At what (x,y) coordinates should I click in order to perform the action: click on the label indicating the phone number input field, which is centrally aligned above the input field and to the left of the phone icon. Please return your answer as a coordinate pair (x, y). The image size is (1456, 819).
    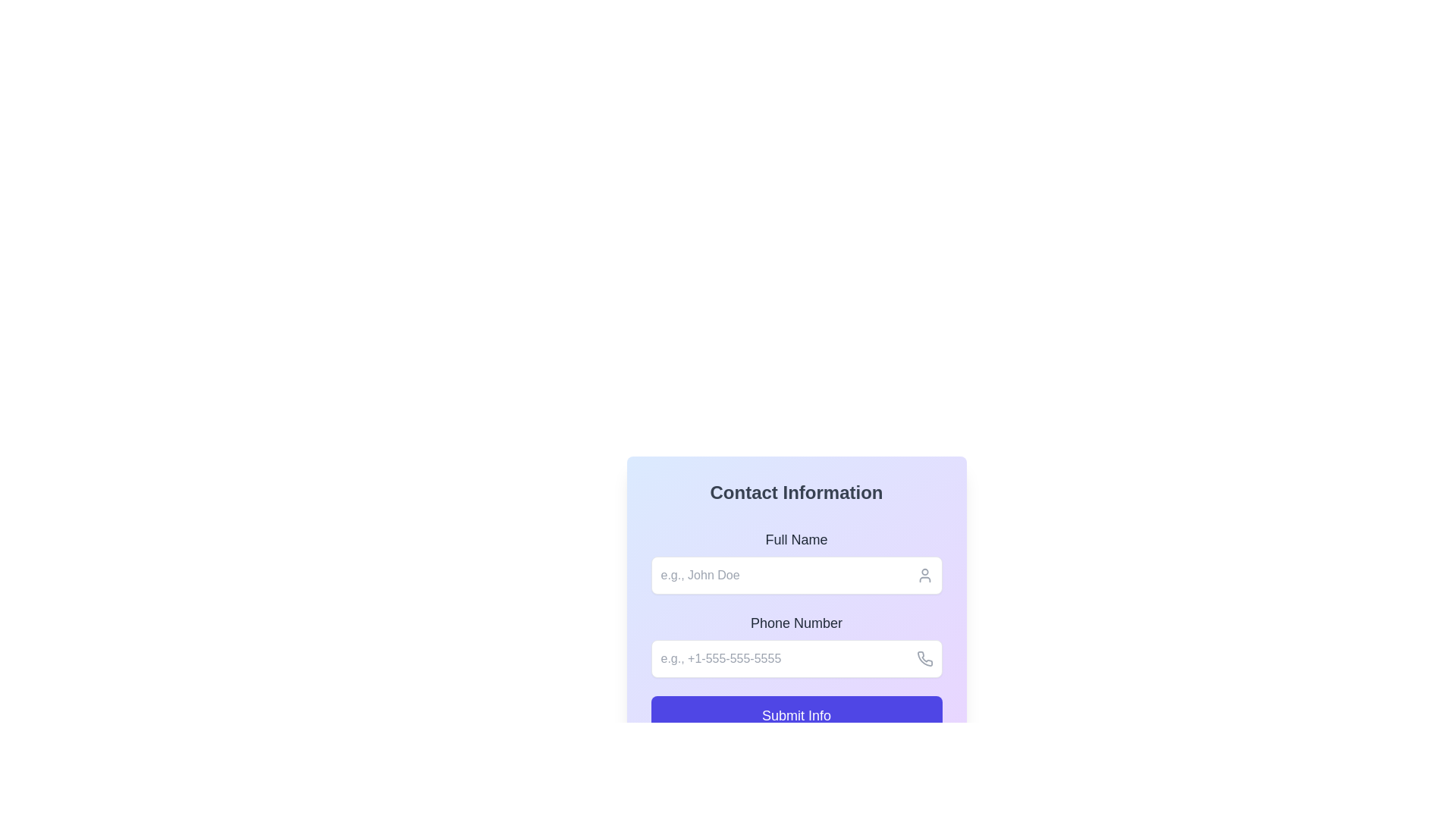
    Looking at the image, I should click on (795, 623).